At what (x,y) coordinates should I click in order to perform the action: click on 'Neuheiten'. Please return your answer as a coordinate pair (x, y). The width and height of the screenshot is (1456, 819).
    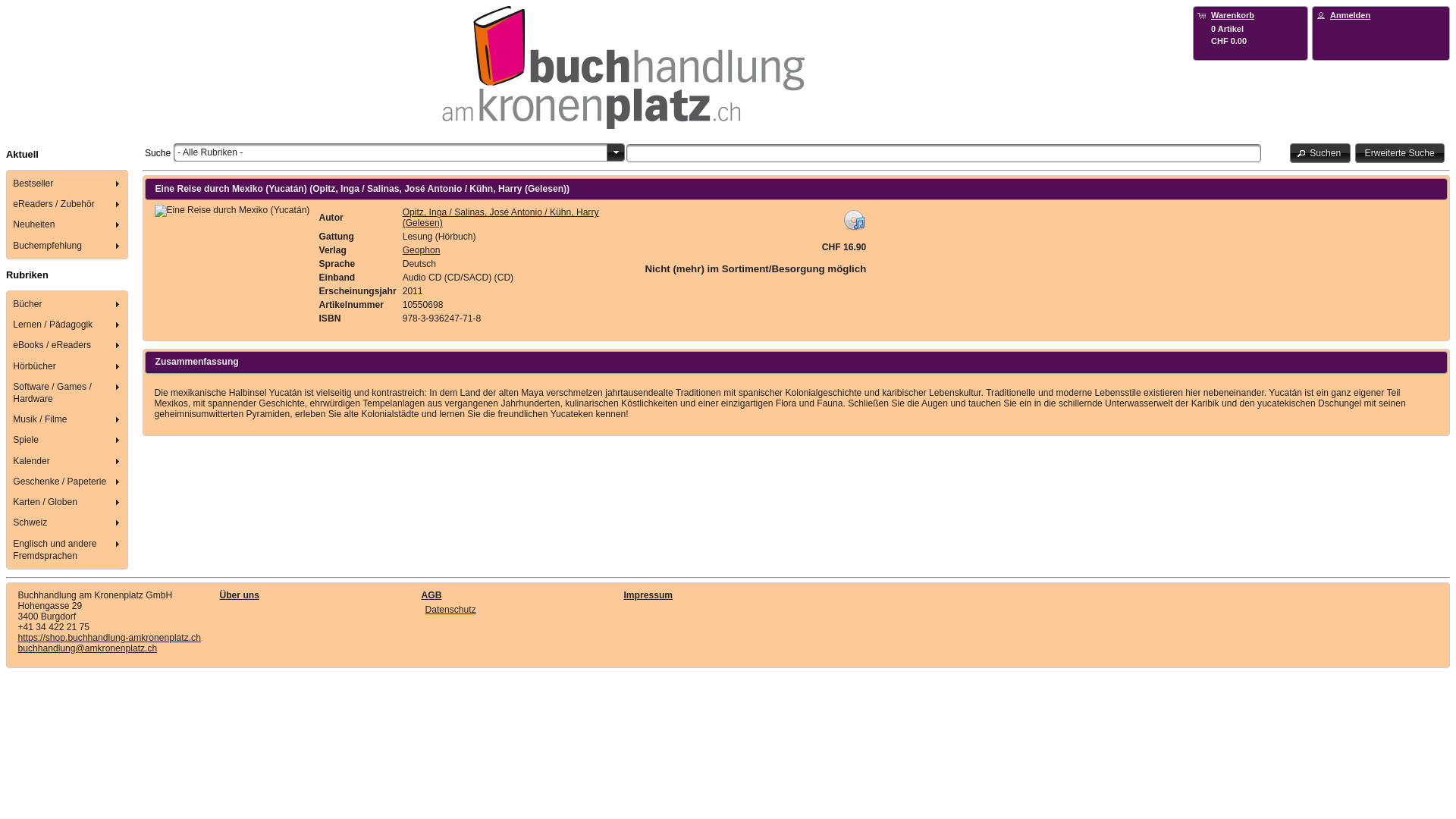
    Looking at the image, I should click on (67, 224).